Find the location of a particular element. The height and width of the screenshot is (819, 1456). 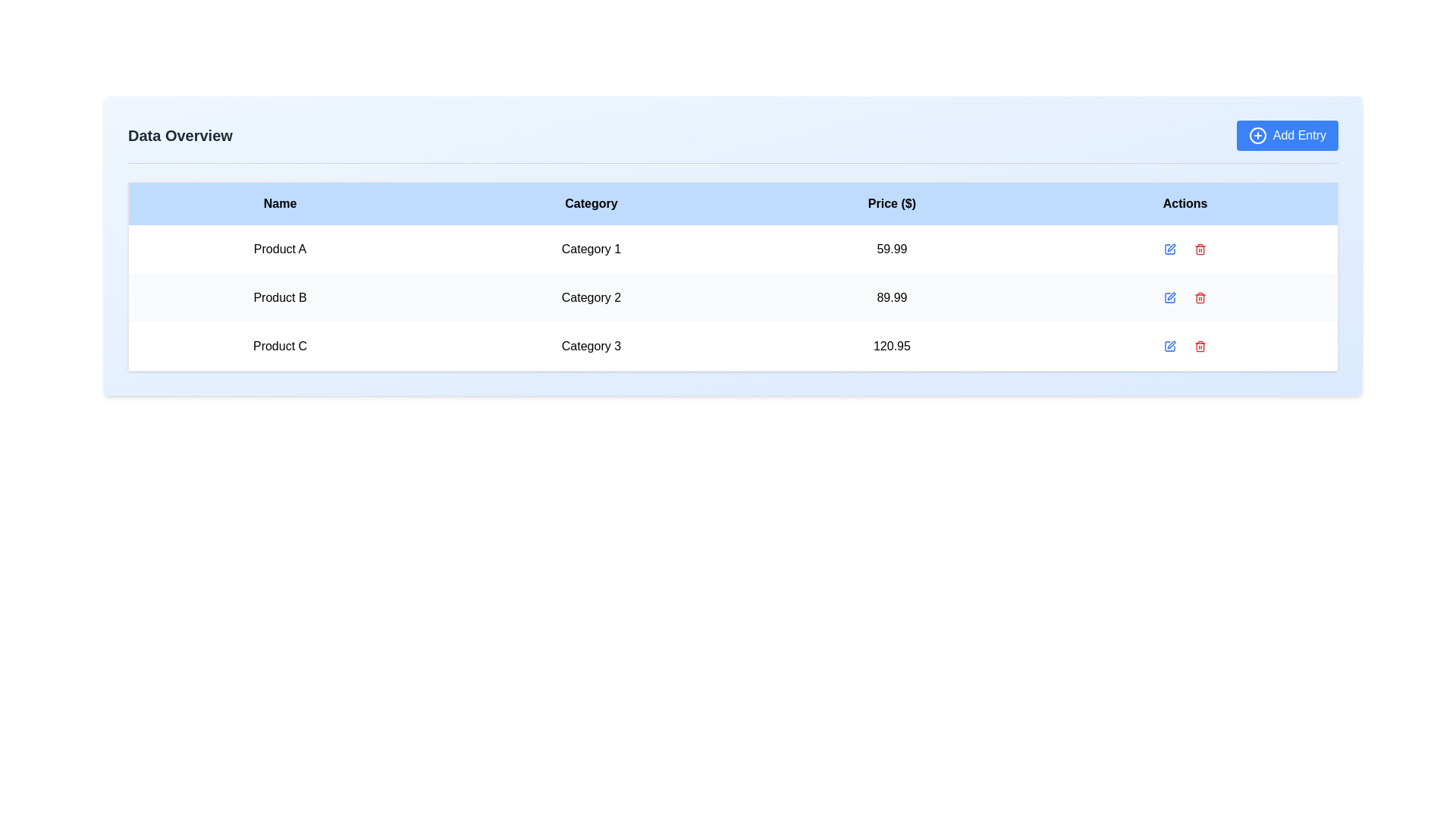

the Text Label in the first row of the table under the 'Name' column is located at coordinates (280, 248).